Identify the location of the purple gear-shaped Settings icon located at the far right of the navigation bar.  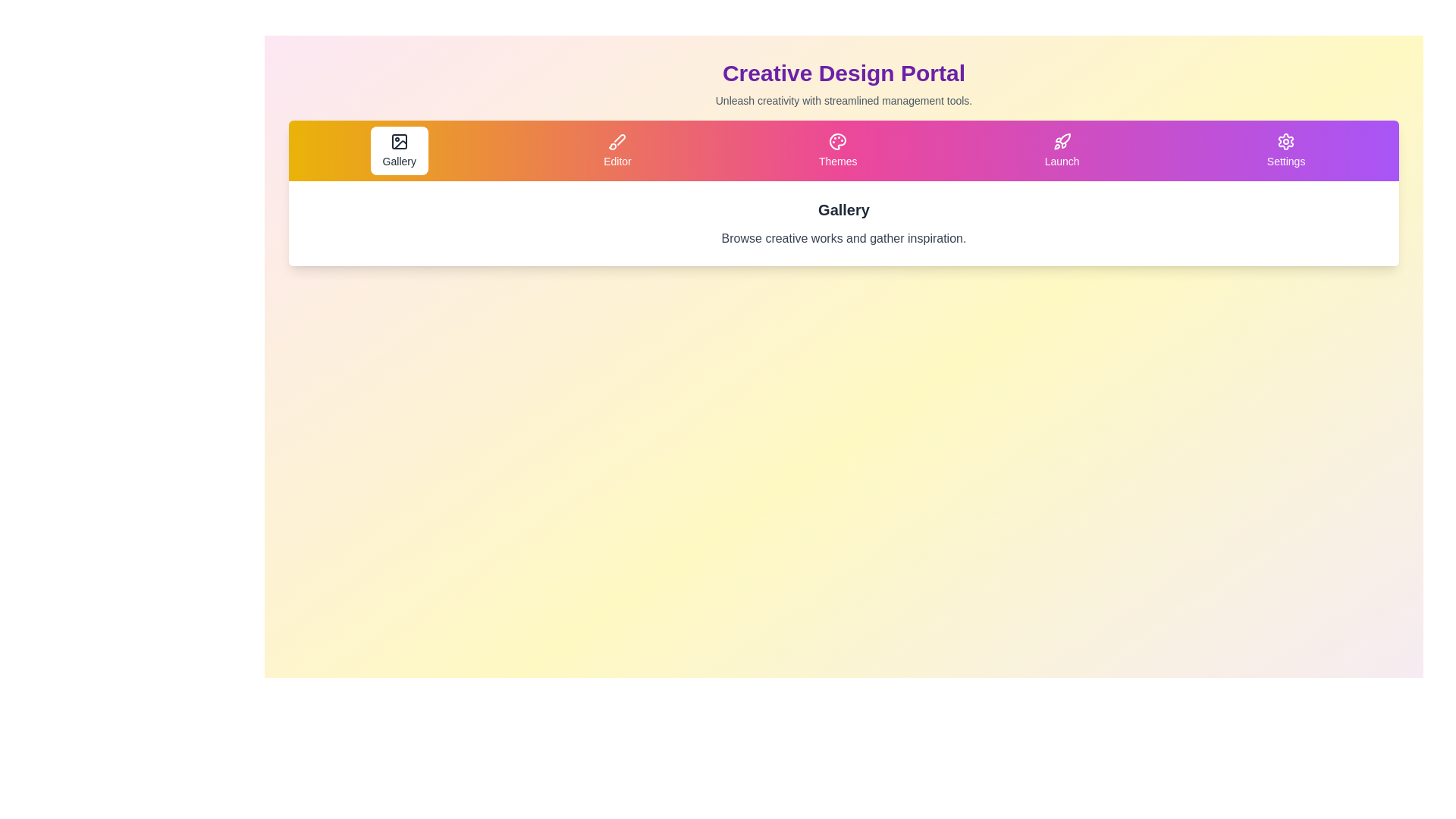
(1285, 141).